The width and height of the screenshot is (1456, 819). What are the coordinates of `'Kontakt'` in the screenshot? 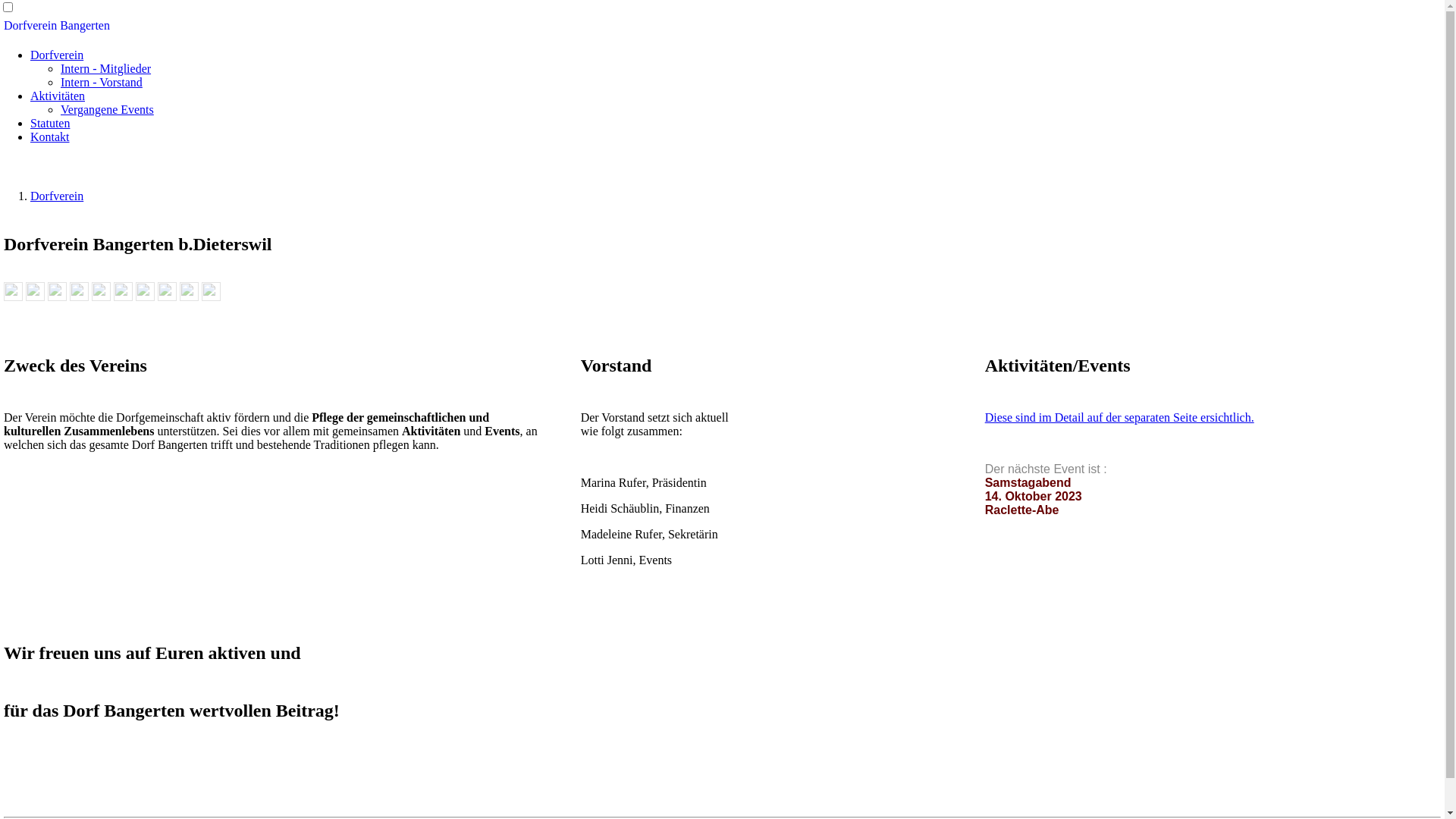 It's located at (50, 136).